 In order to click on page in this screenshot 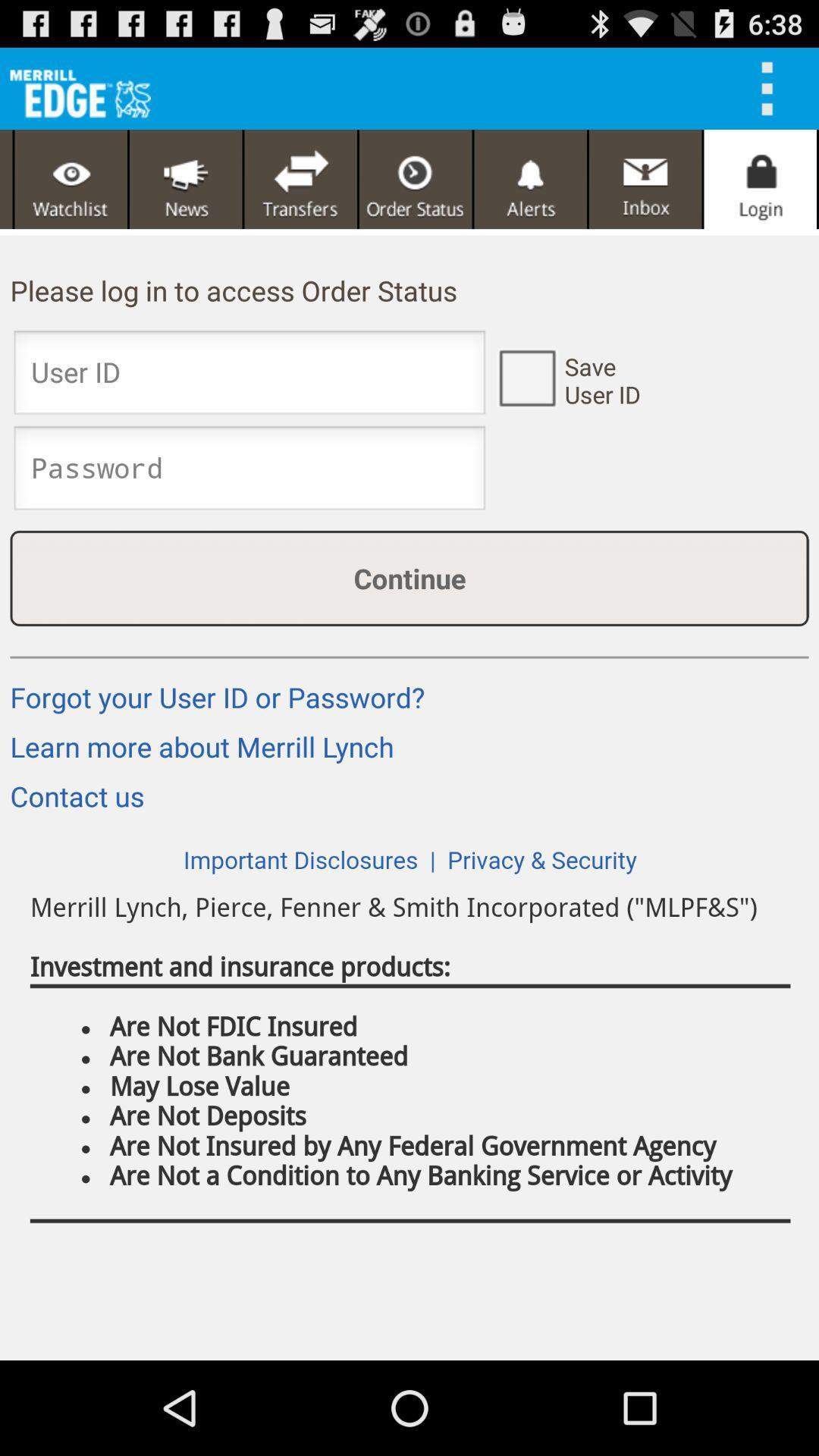, I will do `click(416, 179)`.